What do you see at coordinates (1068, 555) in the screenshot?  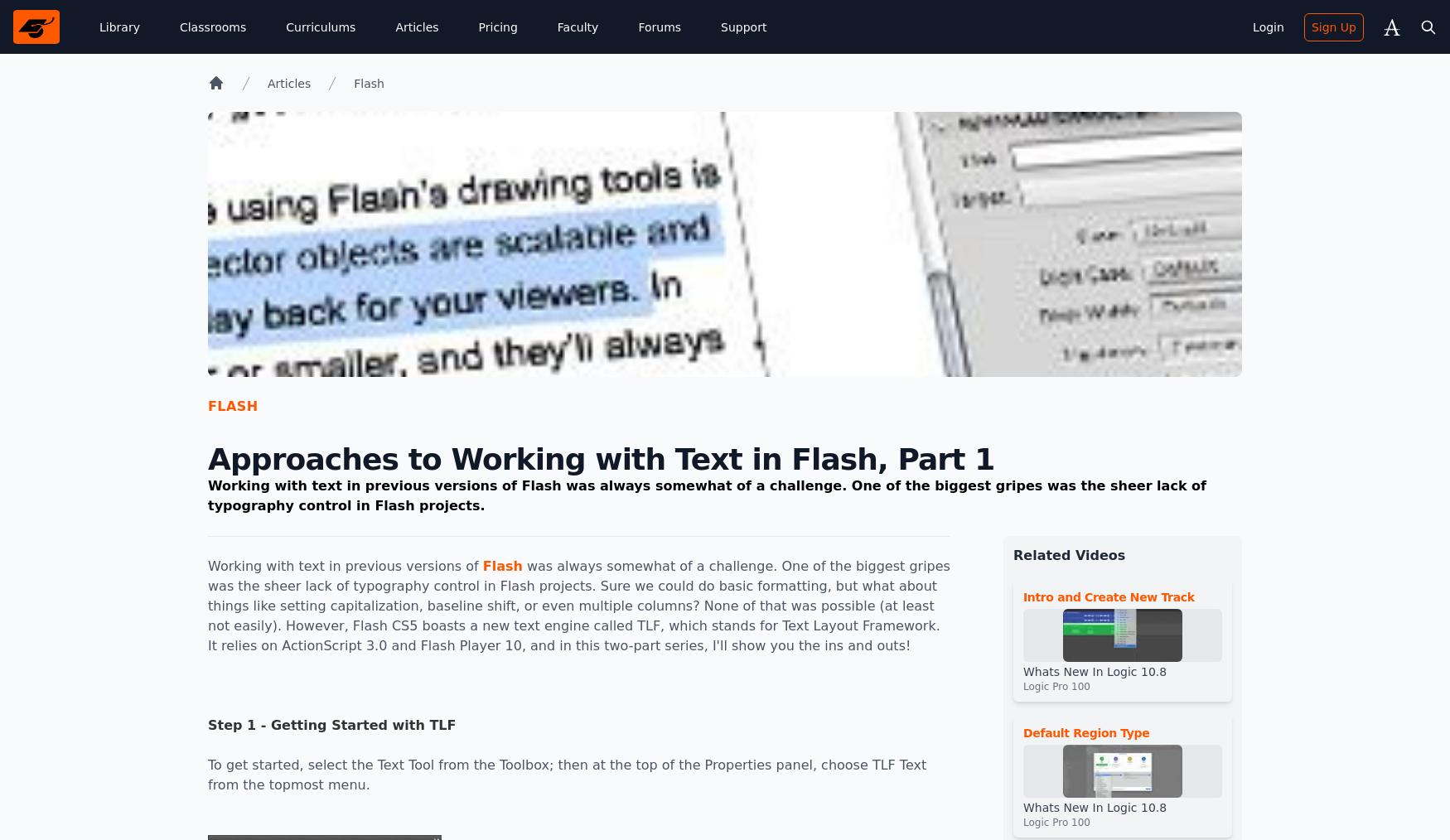 I see `'Related Videos'` at bounding box center [1068, 555].